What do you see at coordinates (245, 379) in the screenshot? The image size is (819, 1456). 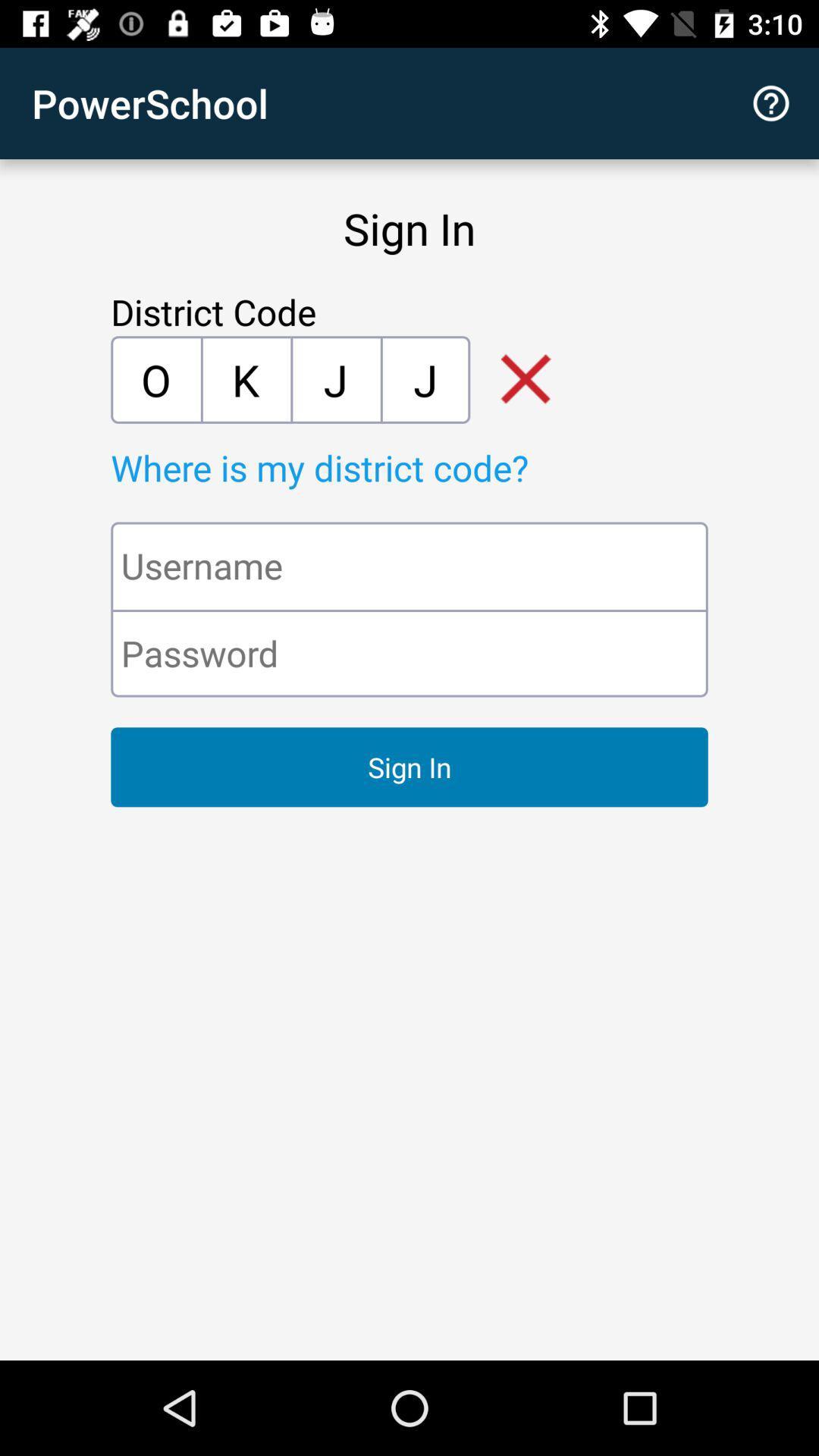 I see `k item` at bounding box center [245, 379].